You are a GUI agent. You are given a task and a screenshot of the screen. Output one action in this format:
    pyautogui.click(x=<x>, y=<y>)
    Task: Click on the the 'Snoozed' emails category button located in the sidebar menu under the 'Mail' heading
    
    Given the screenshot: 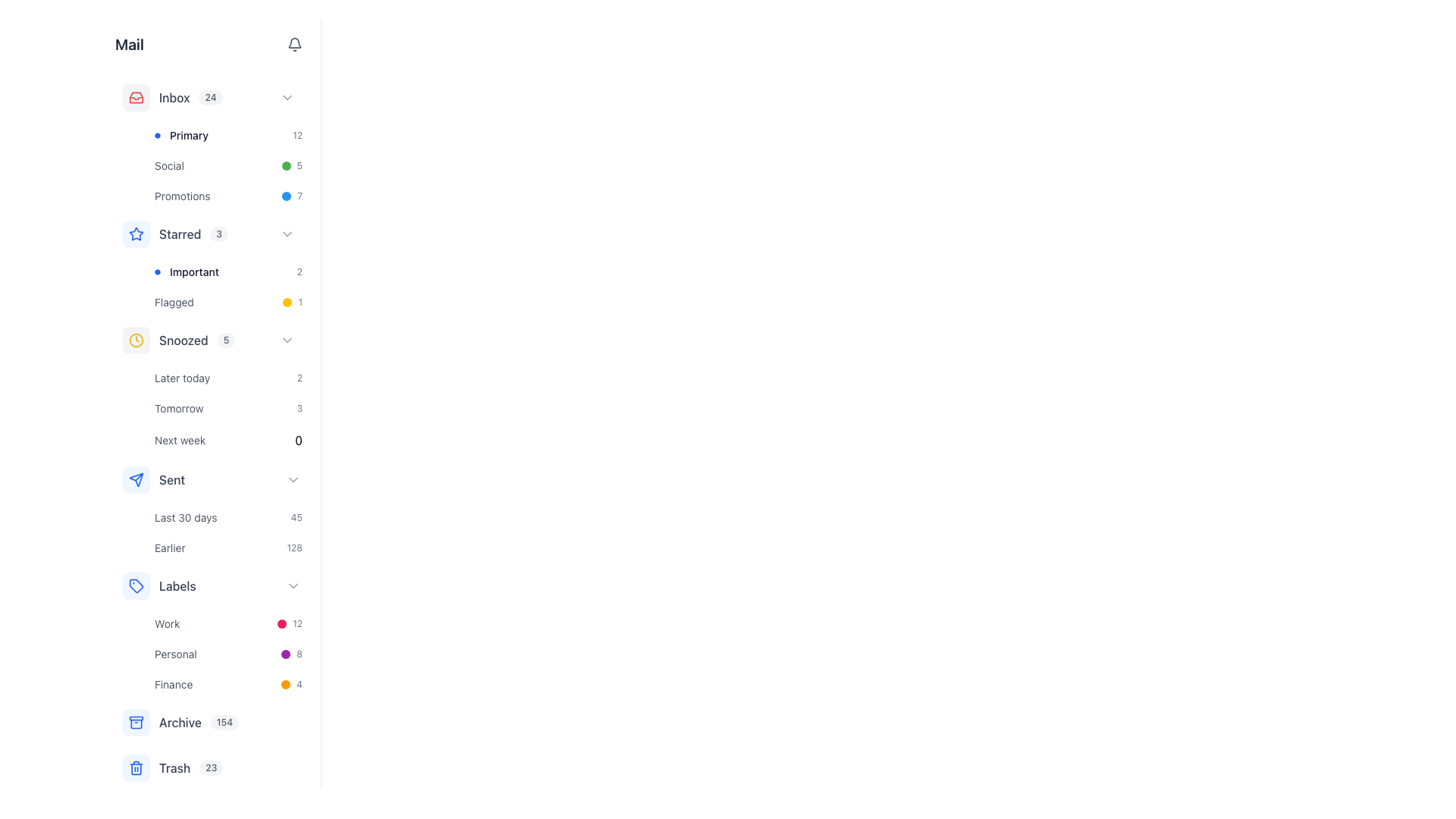 What is the action you would take?
    pyautogui.click(x=211, y=339)
    